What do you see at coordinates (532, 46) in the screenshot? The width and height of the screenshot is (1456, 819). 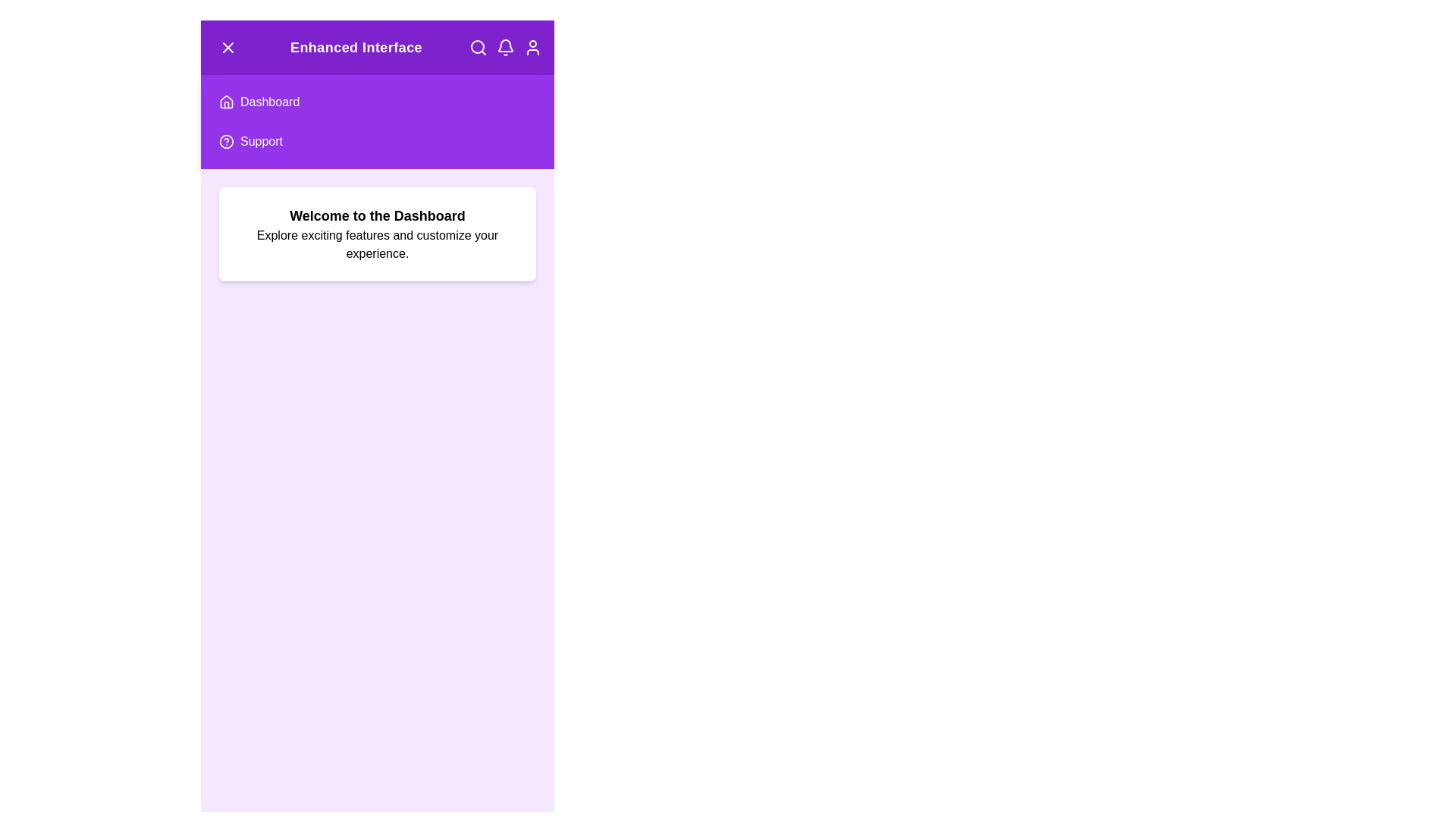 I see `the user profile icon to interact with it` at bounding box center [532, 46].